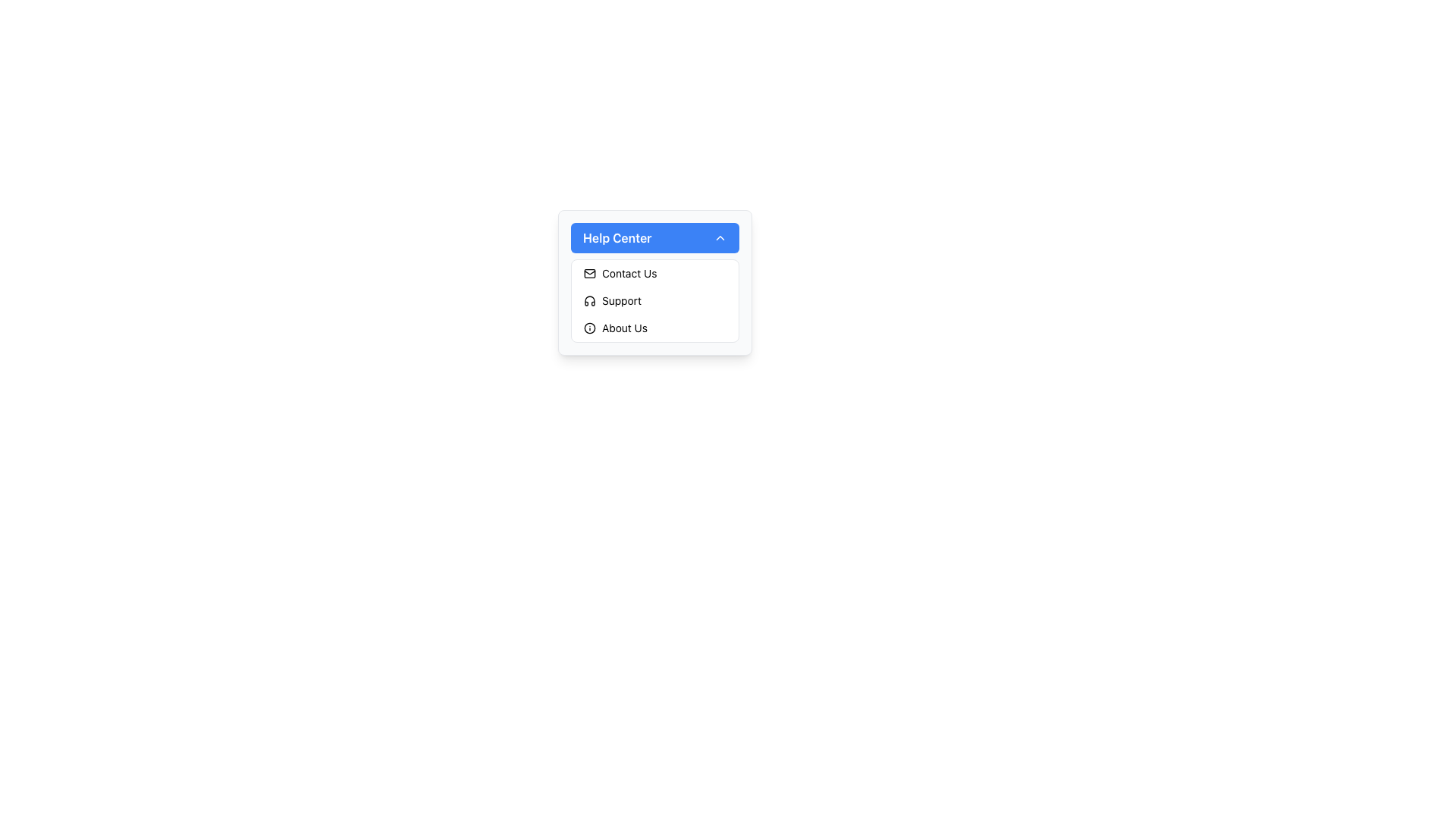 Image resolution: width=1456 pixels, height=819 pixels. Describe the element at coordinates (655, 327) in the screenshot. I see `the 'About Us' navigation menu item located in the 'Help Center' section` at that location.